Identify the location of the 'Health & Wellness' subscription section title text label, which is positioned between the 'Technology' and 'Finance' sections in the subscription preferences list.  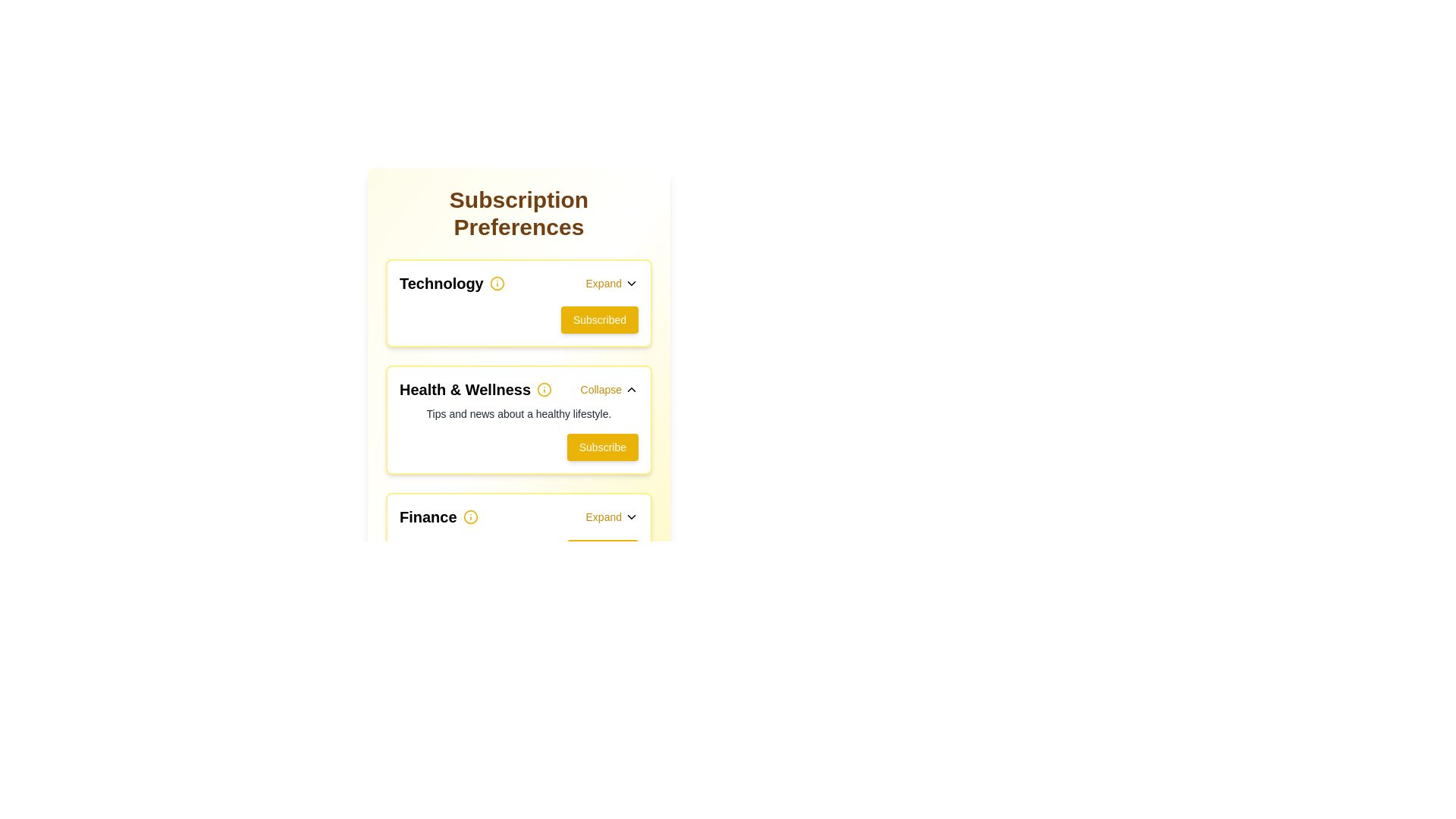
(475, 388).